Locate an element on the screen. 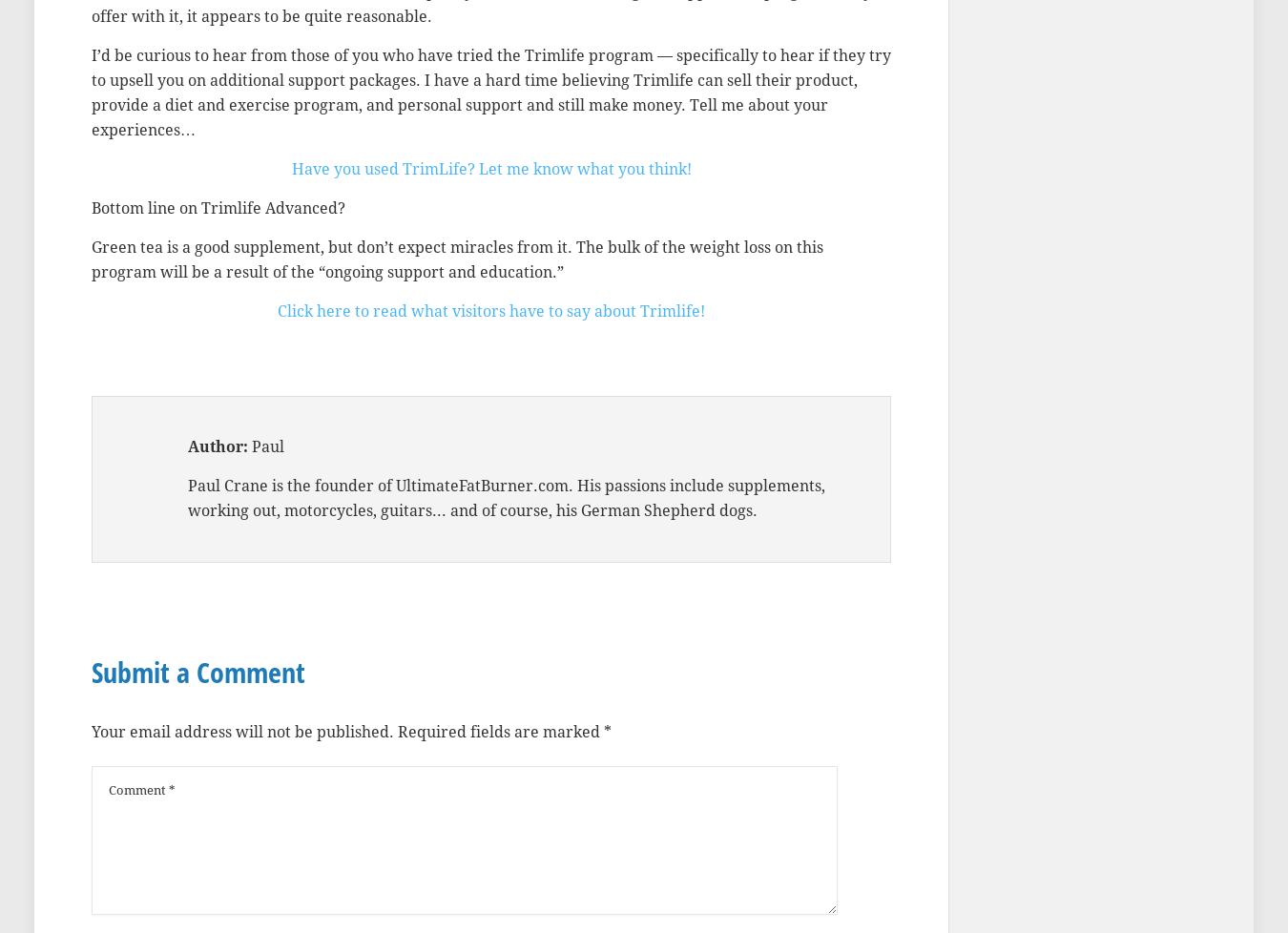 The height and width of the screenshot is (933, 1288). 'Click here to read what visitors have to say about Trimlife!' is located at coordinates (490, 310).